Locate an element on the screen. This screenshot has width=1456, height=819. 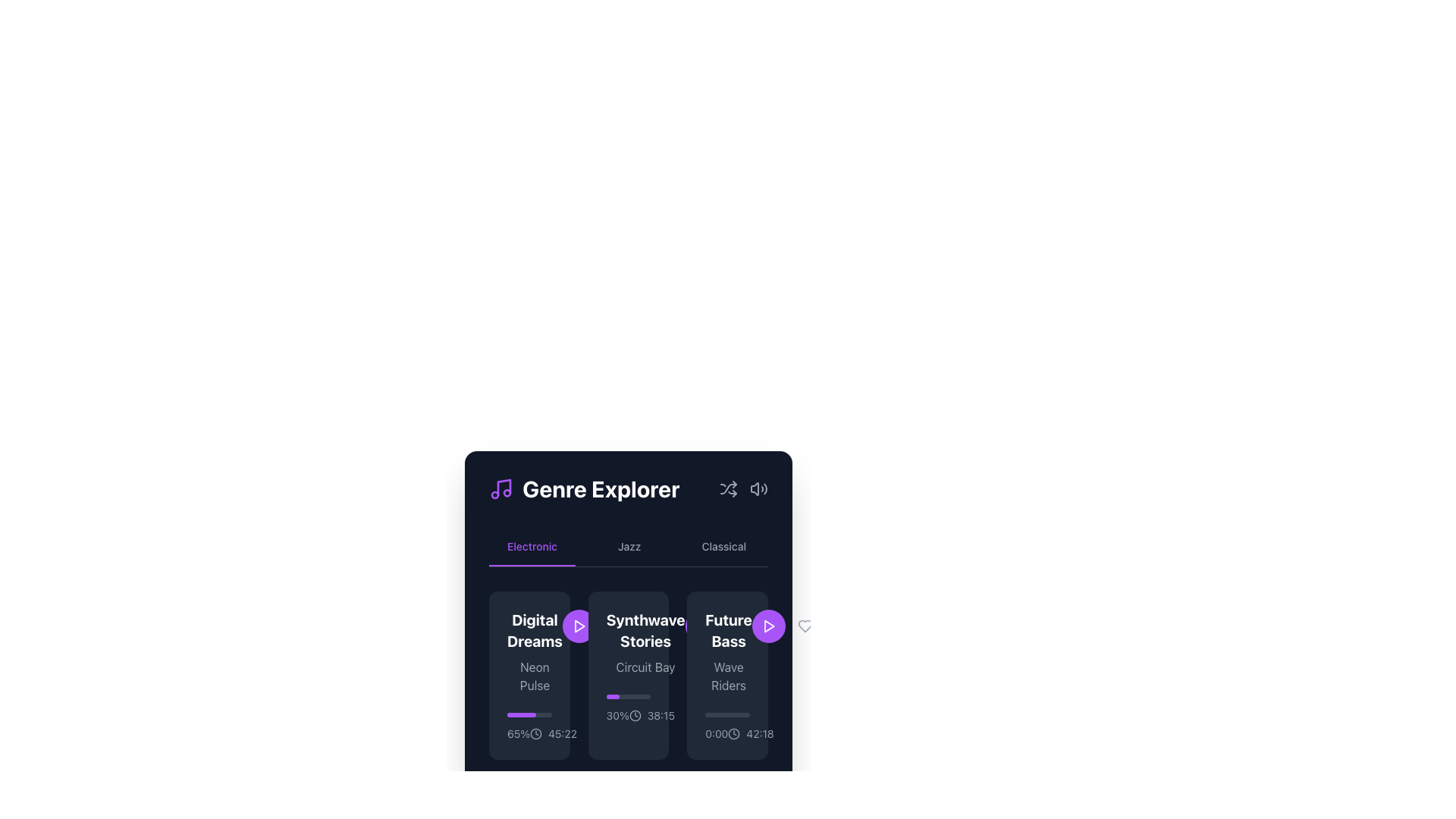
the 'Jazz' genre tab, which is the second option in the horizontal list of genre tabs, to change the genre to Jazz is located at coordinates (629, 547).